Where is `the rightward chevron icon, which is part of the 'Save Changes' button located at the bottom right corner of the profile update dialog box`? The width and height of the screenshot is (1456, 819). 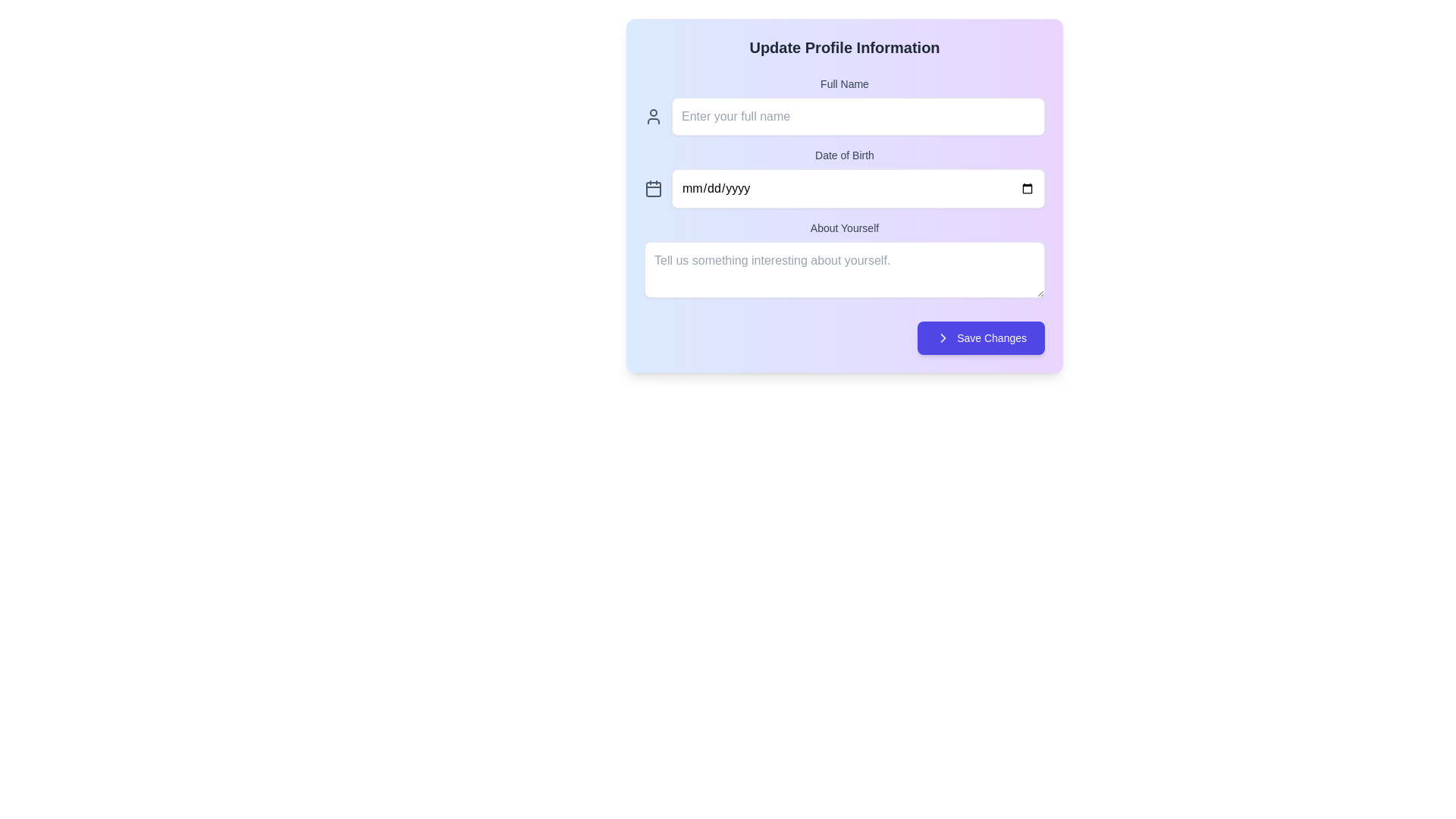 the rightward chevron icon, which is part of the 'Save Changes' button located at the bottom right corner of the profile update dialog box is located at coordinates (943, 337).